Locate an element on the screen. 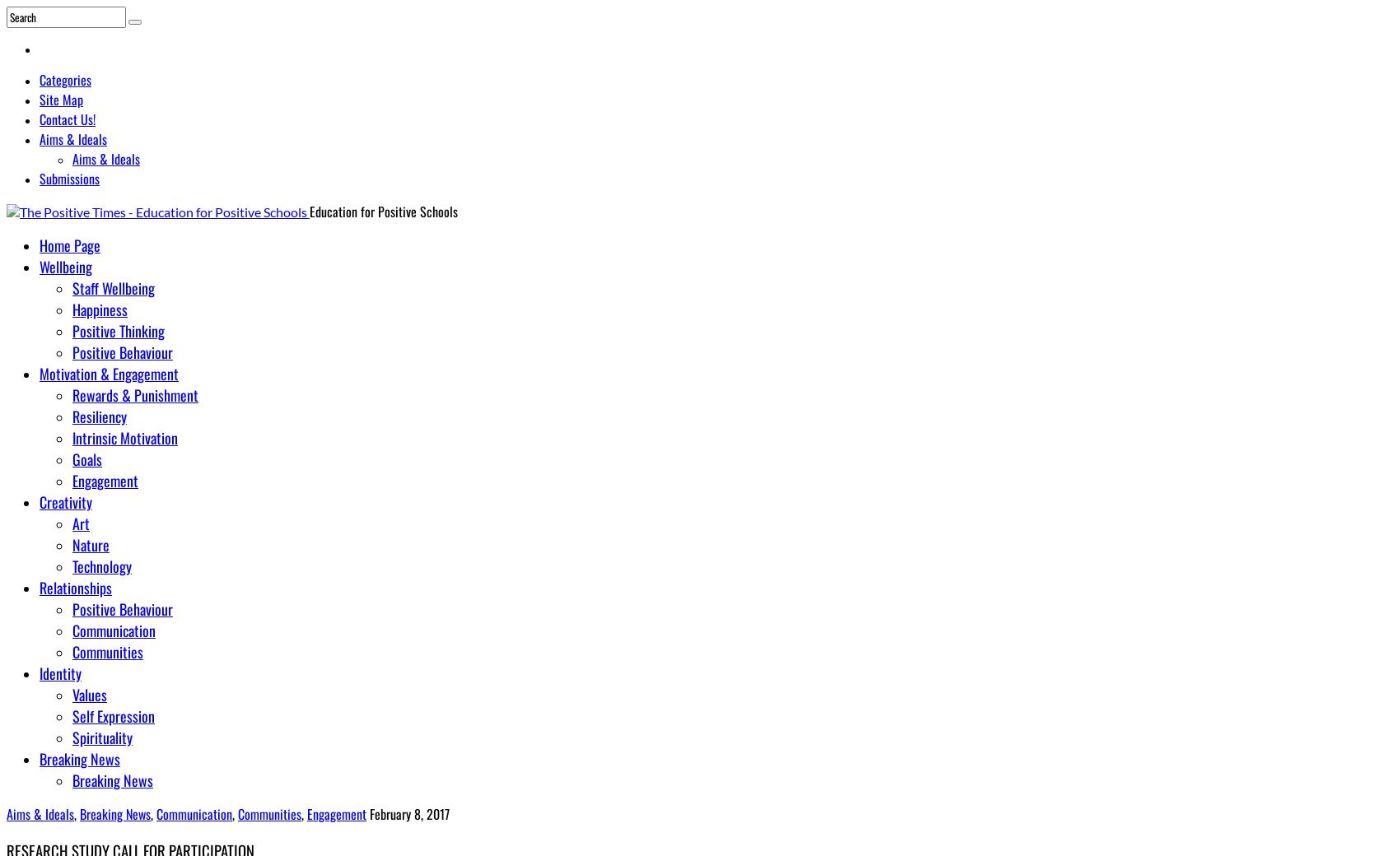  'Spirituality' is located at coordinates (101, 736).